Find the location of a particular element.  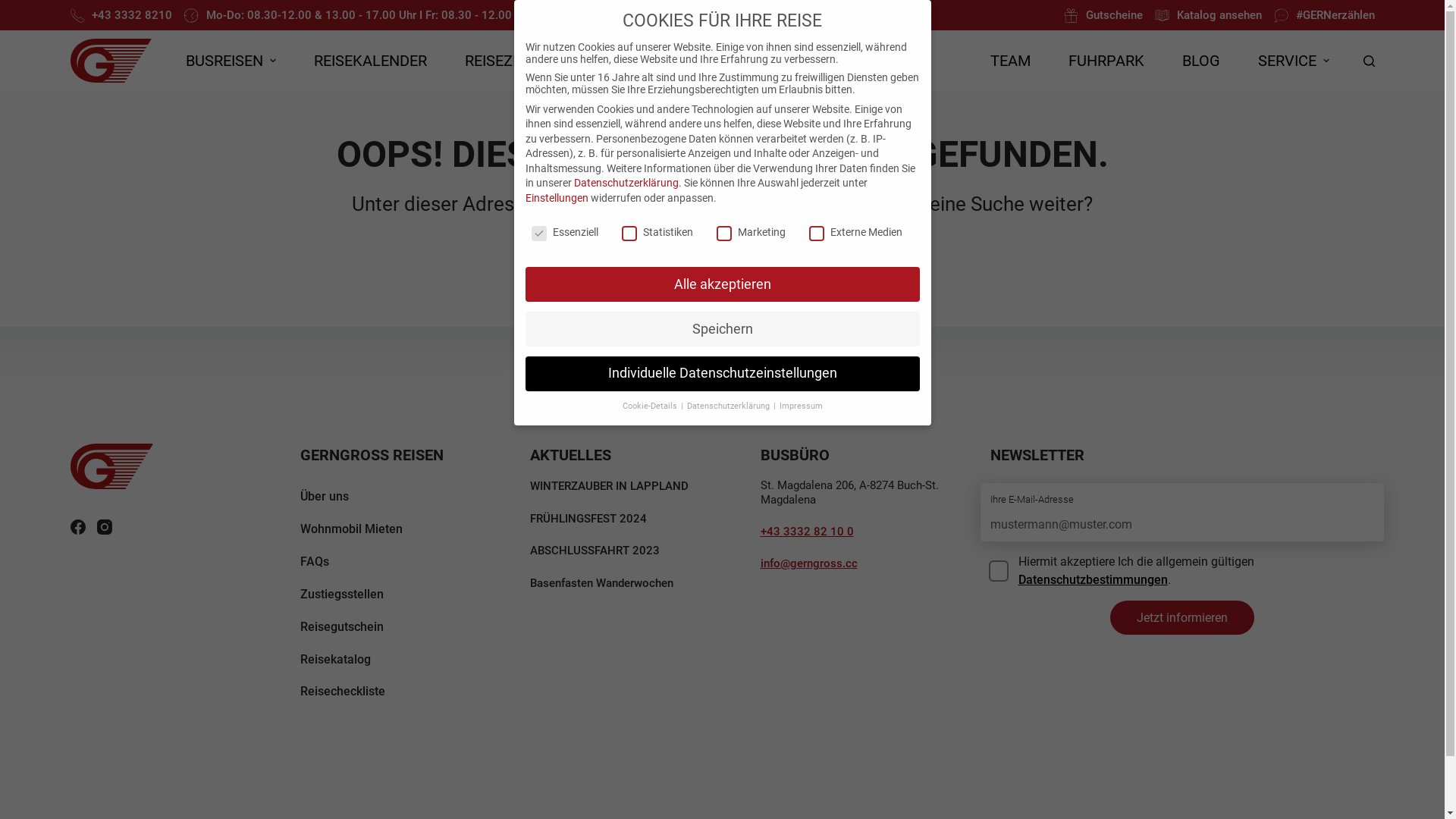

'Gutscheine' is located at coordinates (1103, 14).